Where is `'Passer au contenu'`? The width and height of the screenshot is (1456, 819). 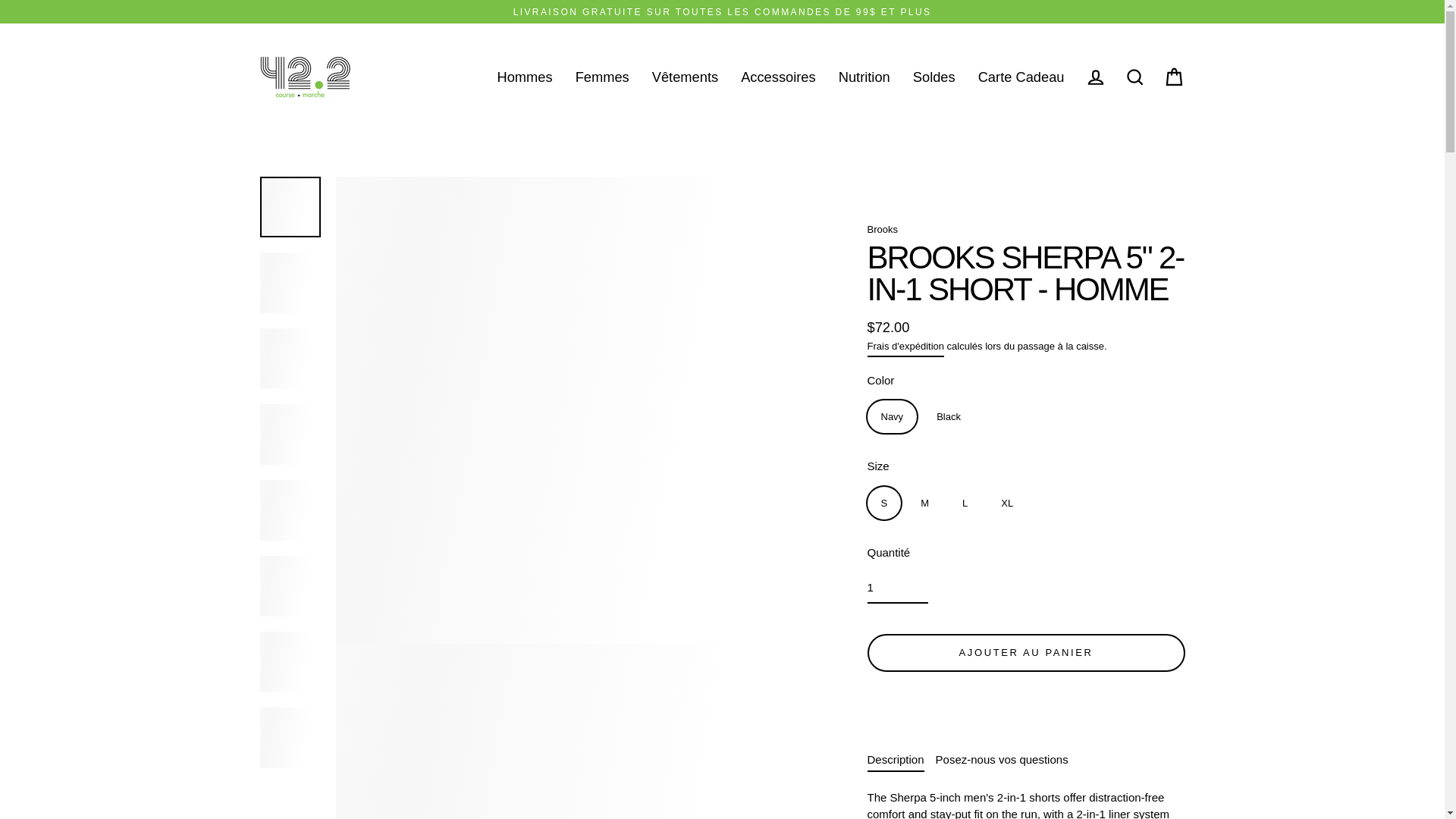 'Passer au contenu' is located at coordinates (0, 0).